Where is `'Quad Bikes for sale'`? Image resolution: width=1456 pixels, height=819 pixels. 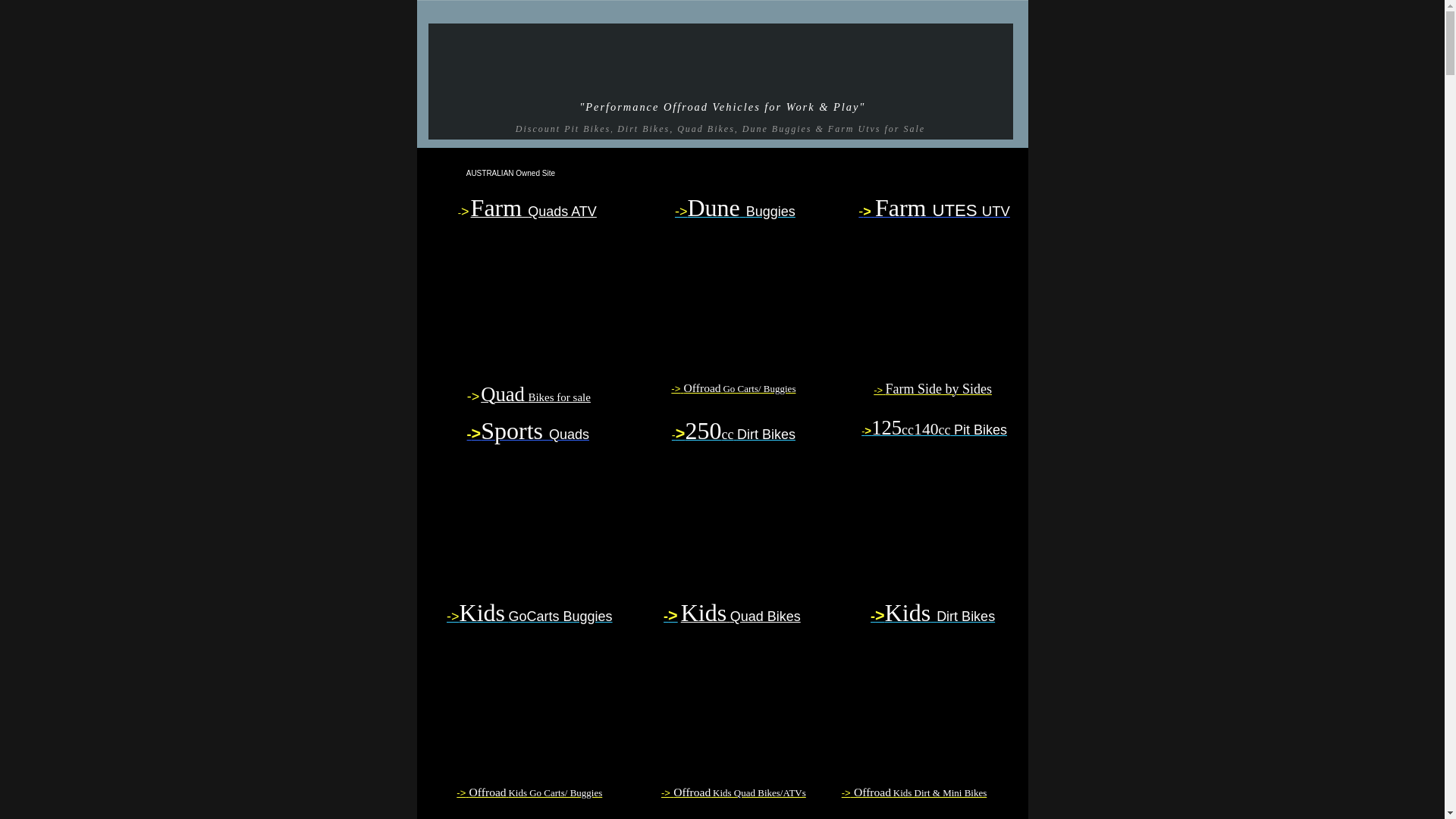
'Quad Bikes for sale' is located at coordinates (535, 396).